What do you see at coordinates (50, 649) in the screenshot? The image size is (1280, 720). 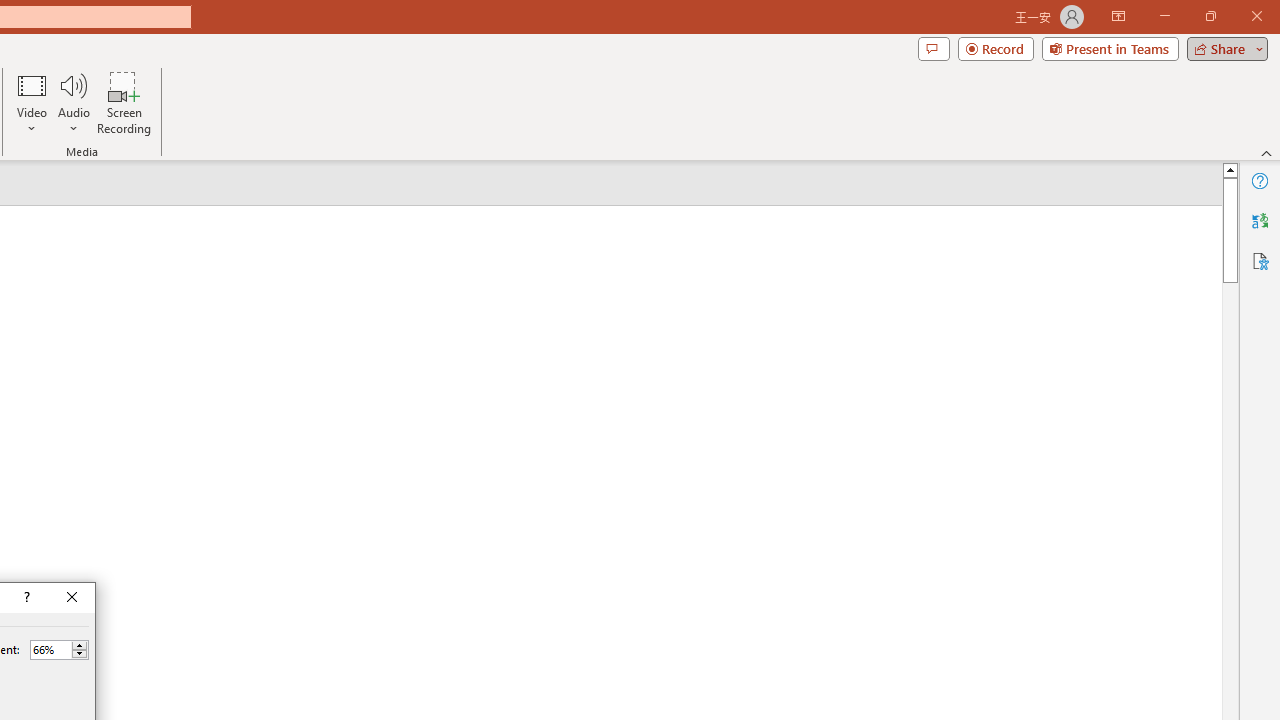 I see `'Percent'` at bounding box center [50, 649].